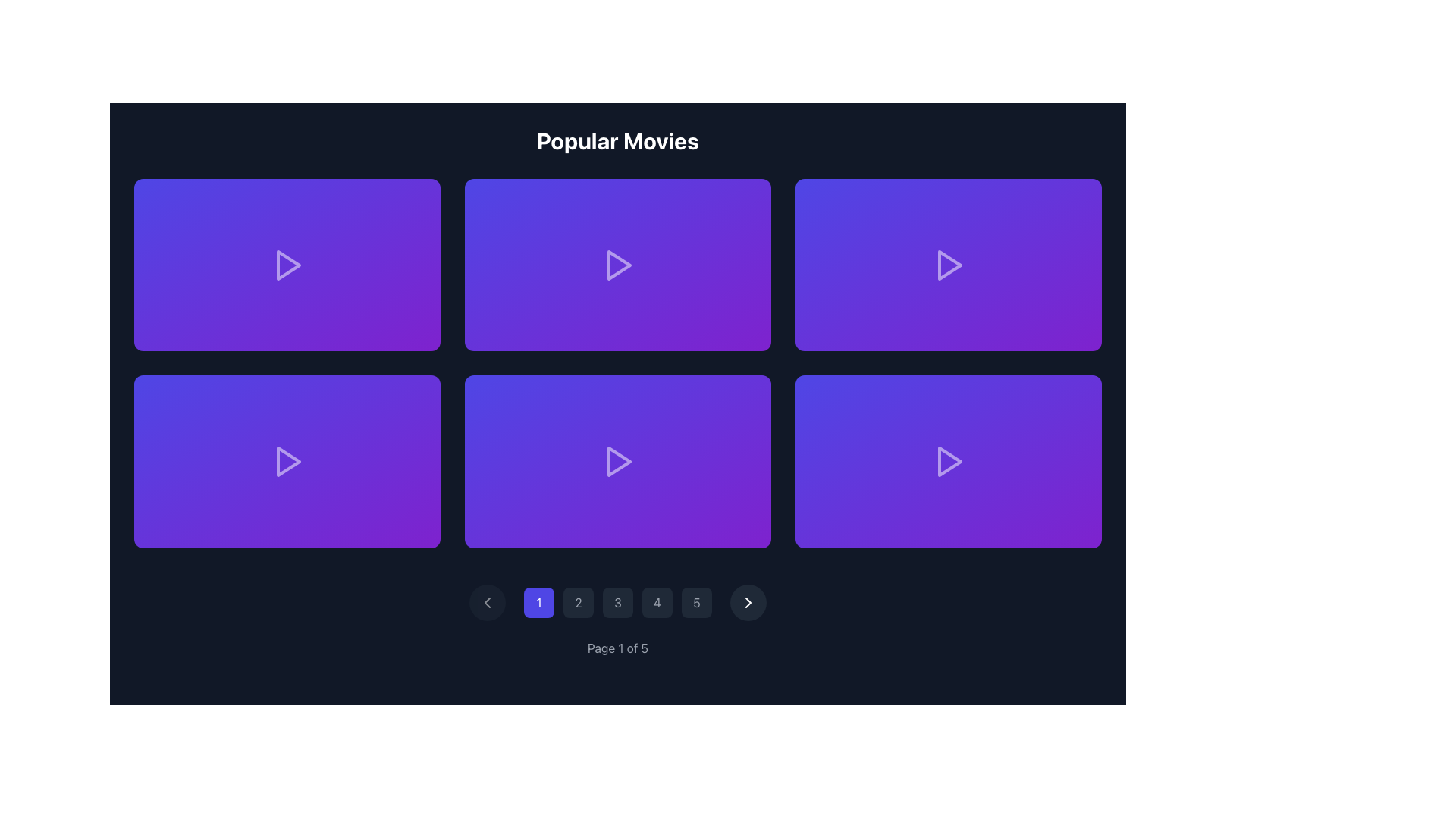 The image size is (1456, 819). What do you see at coordinates (488, 601) in the screenshot?
I see `the 'Previous Page' button located in the pagination bar at the bottom center of the interface` at bounding box center [488, 601].